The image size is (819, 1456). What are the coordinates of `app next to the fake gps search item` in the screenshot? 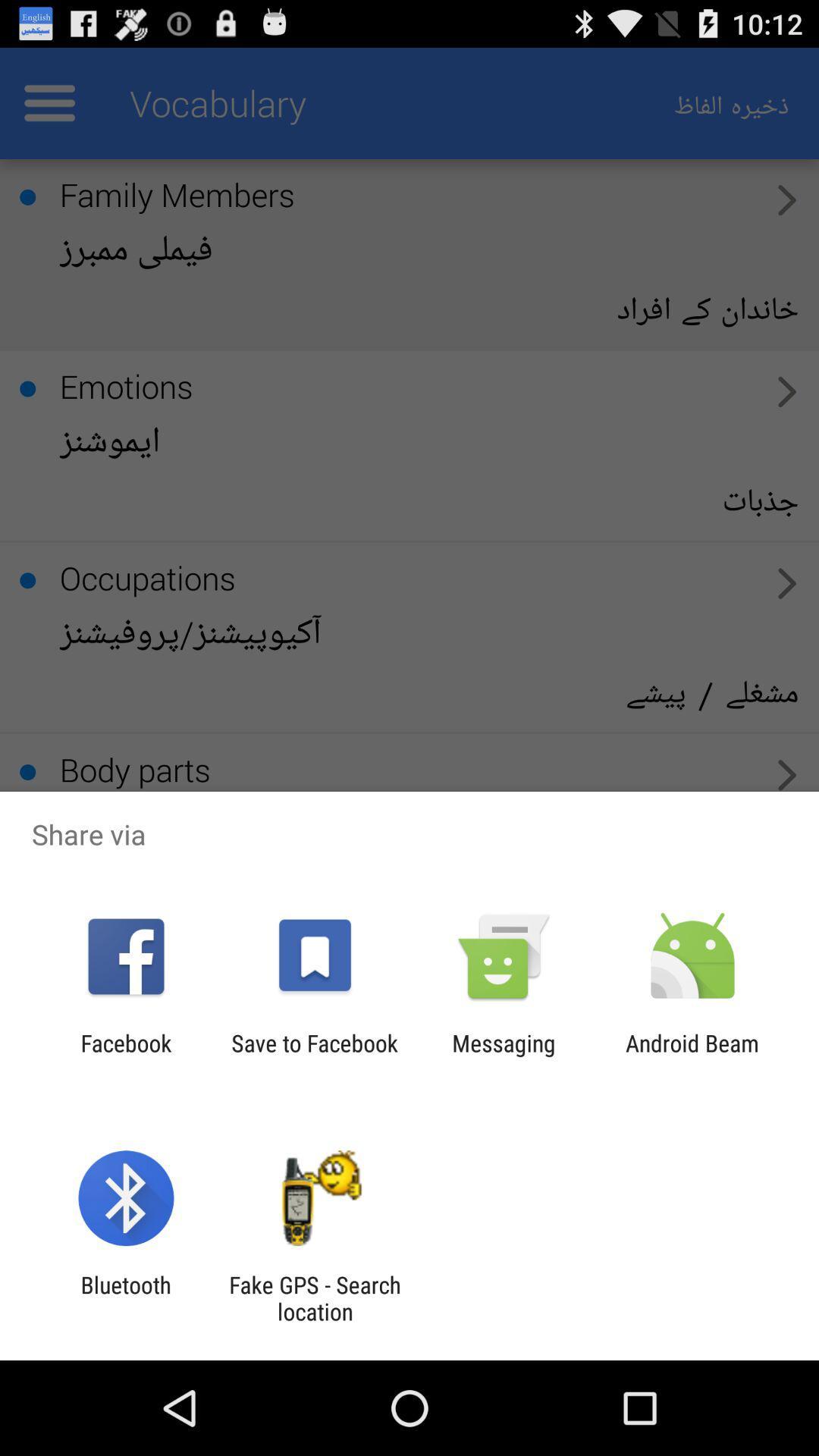 It's located at (125, 1298).